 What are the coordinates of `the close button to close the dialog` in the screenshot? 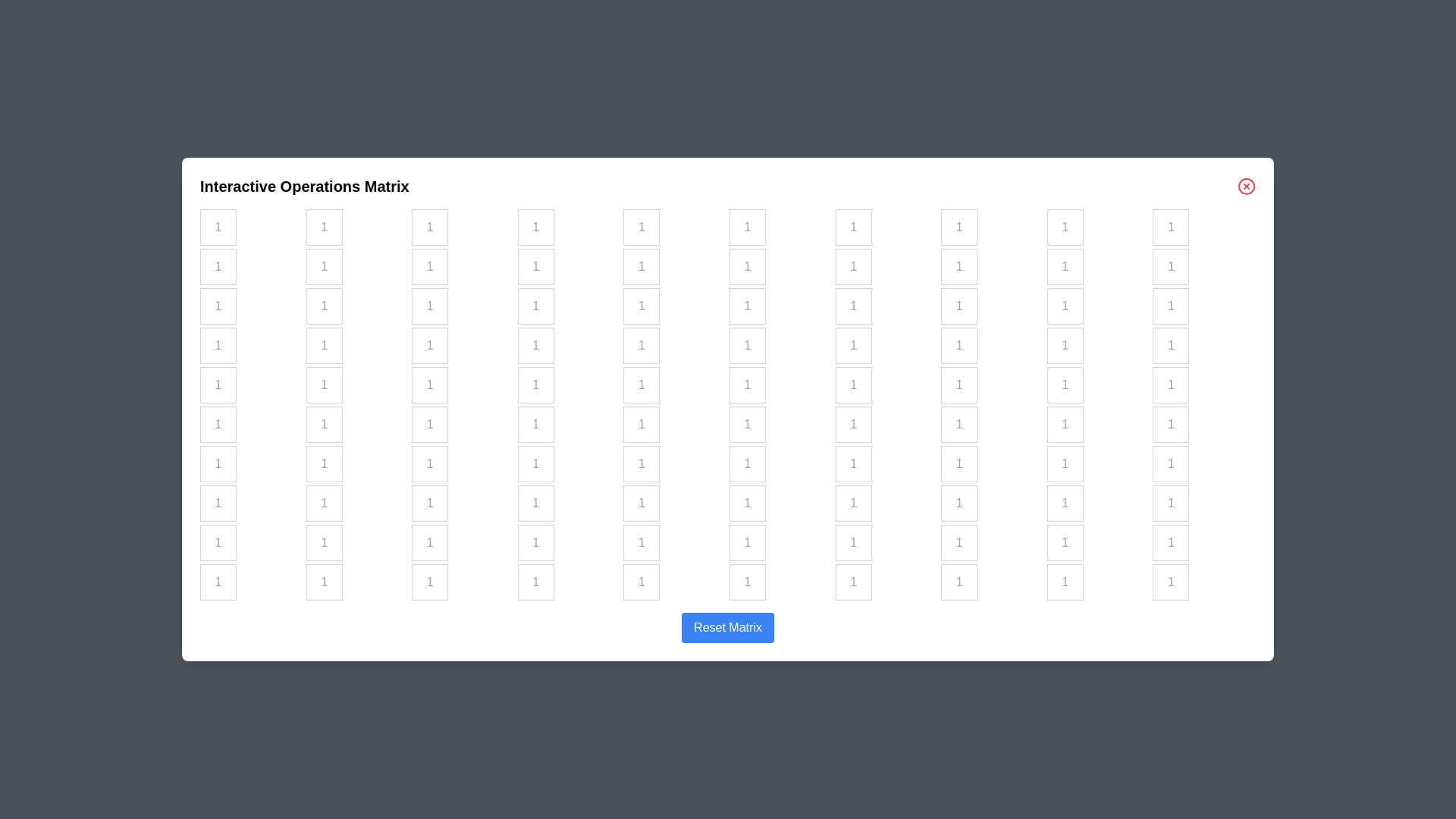 It's located at (1246, 186).